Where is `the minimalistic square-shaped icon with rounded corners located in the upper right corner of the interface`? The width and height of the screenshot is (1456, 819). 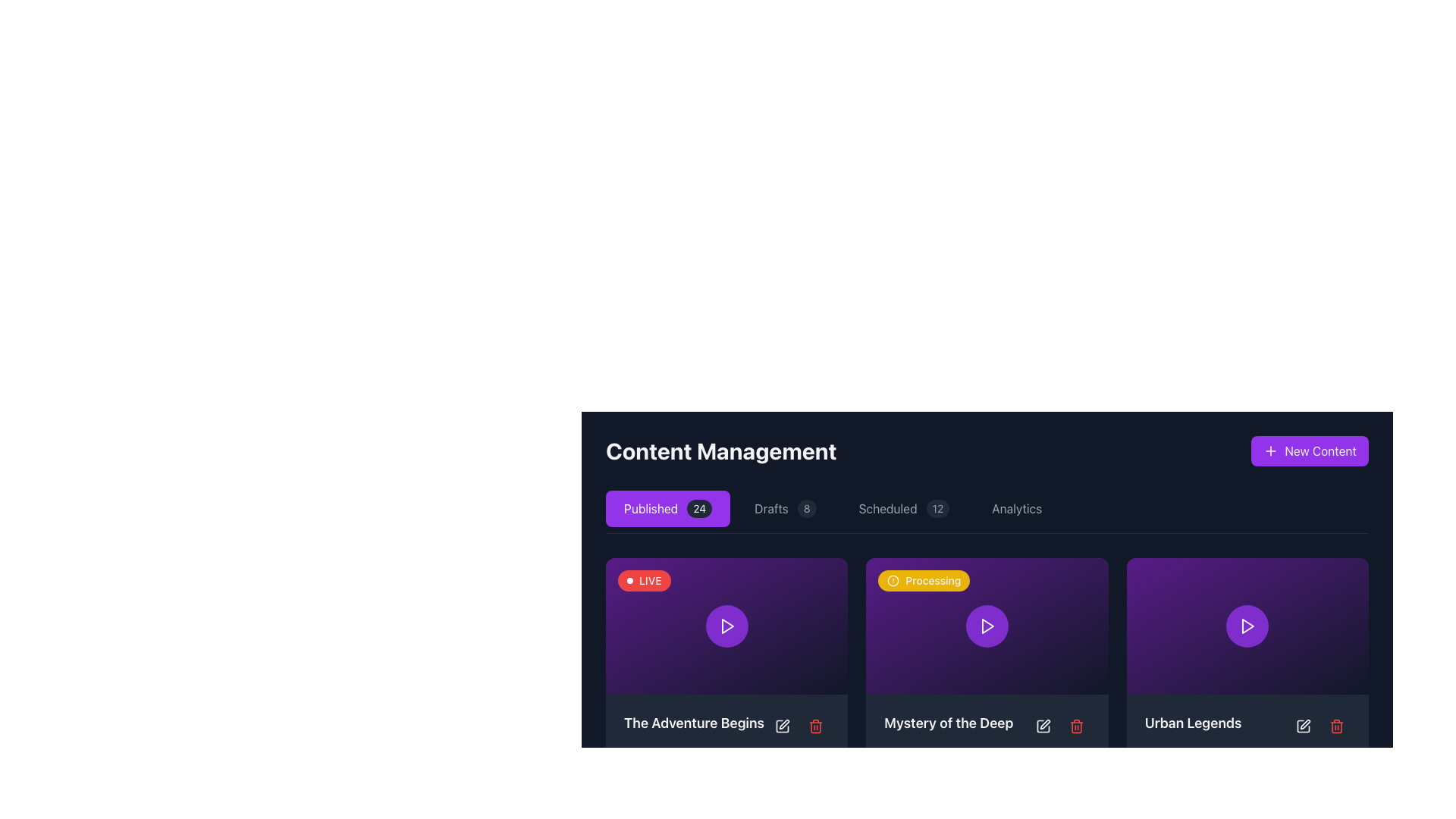
the minimalistic square-shaped icon with rounded corners located in the upper right corner of the interface is located at coordinates (783, 725).